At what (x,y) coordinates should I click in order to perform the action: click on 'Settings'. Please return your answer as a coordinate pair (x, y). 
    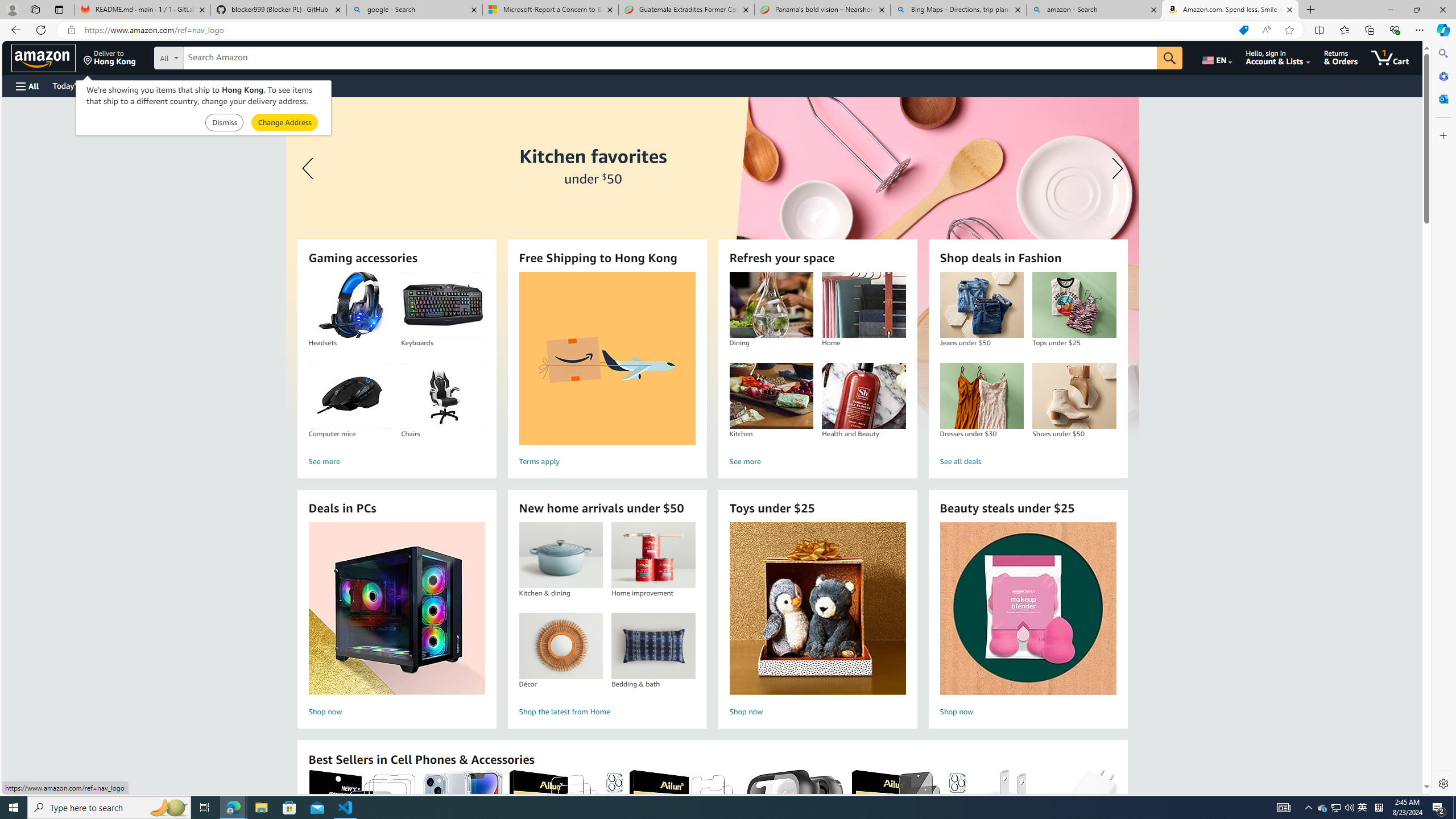
    Looking at the image, I should click on (1442, 783).